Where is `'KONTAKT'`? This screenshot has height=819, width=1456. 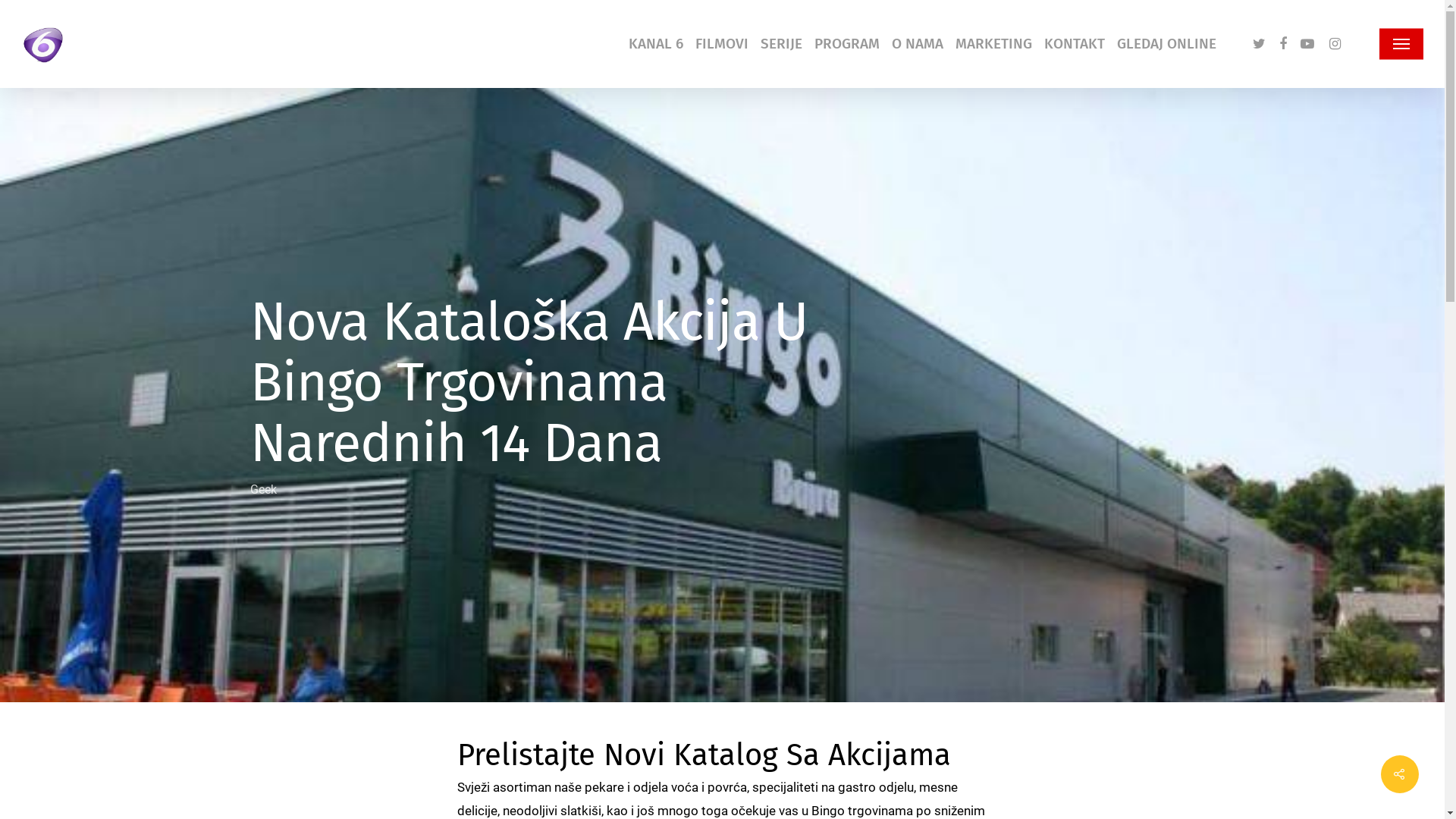
'KONTAKT' is located at coordinates (1073, 42).